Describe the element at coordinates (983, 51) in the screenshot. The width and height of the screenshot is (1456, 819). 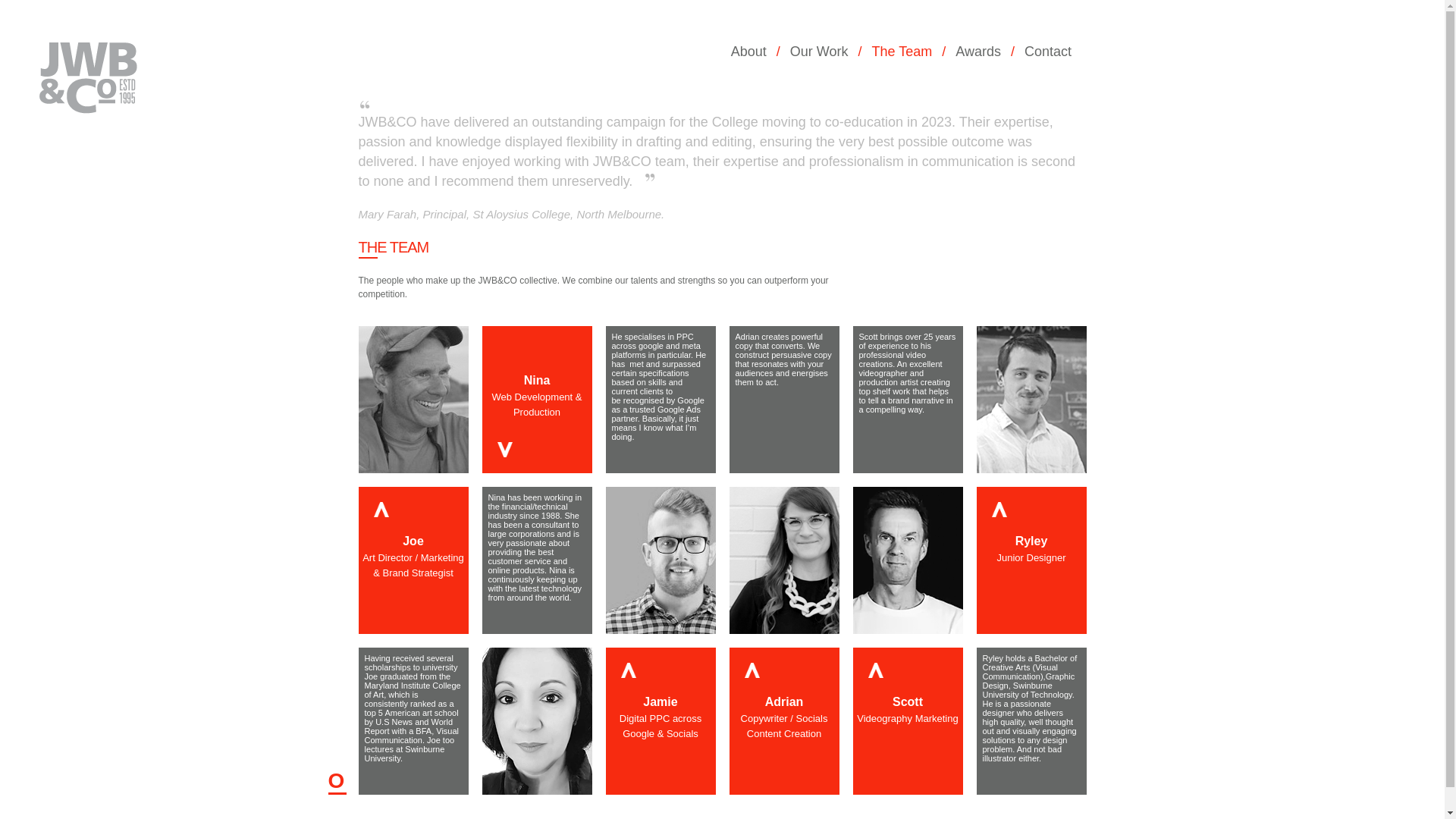
I see `'Awards'` at that location.